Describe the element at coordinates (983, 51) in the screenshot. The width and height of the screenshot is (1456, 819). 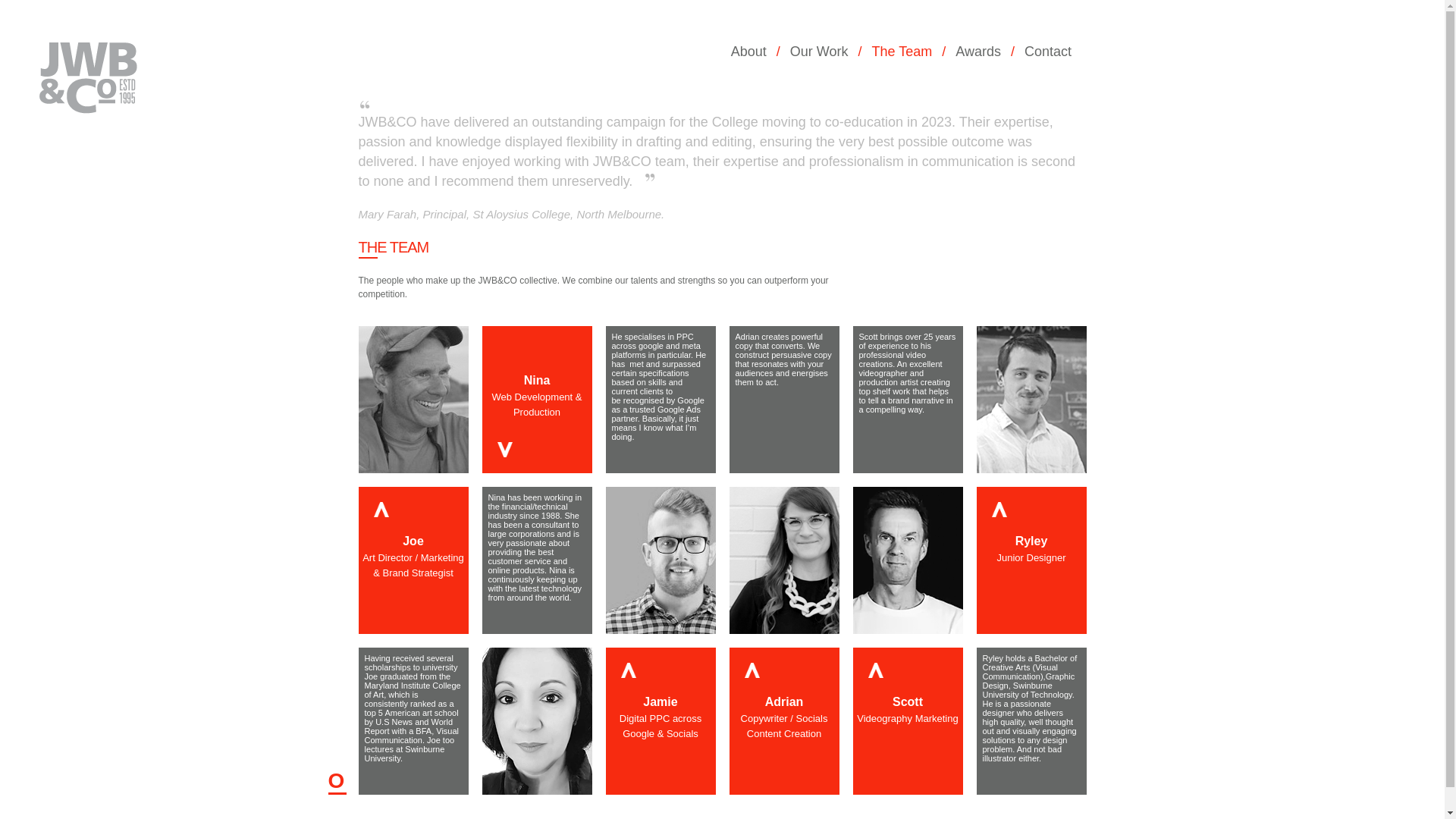
I see `'Awards'` at that location.